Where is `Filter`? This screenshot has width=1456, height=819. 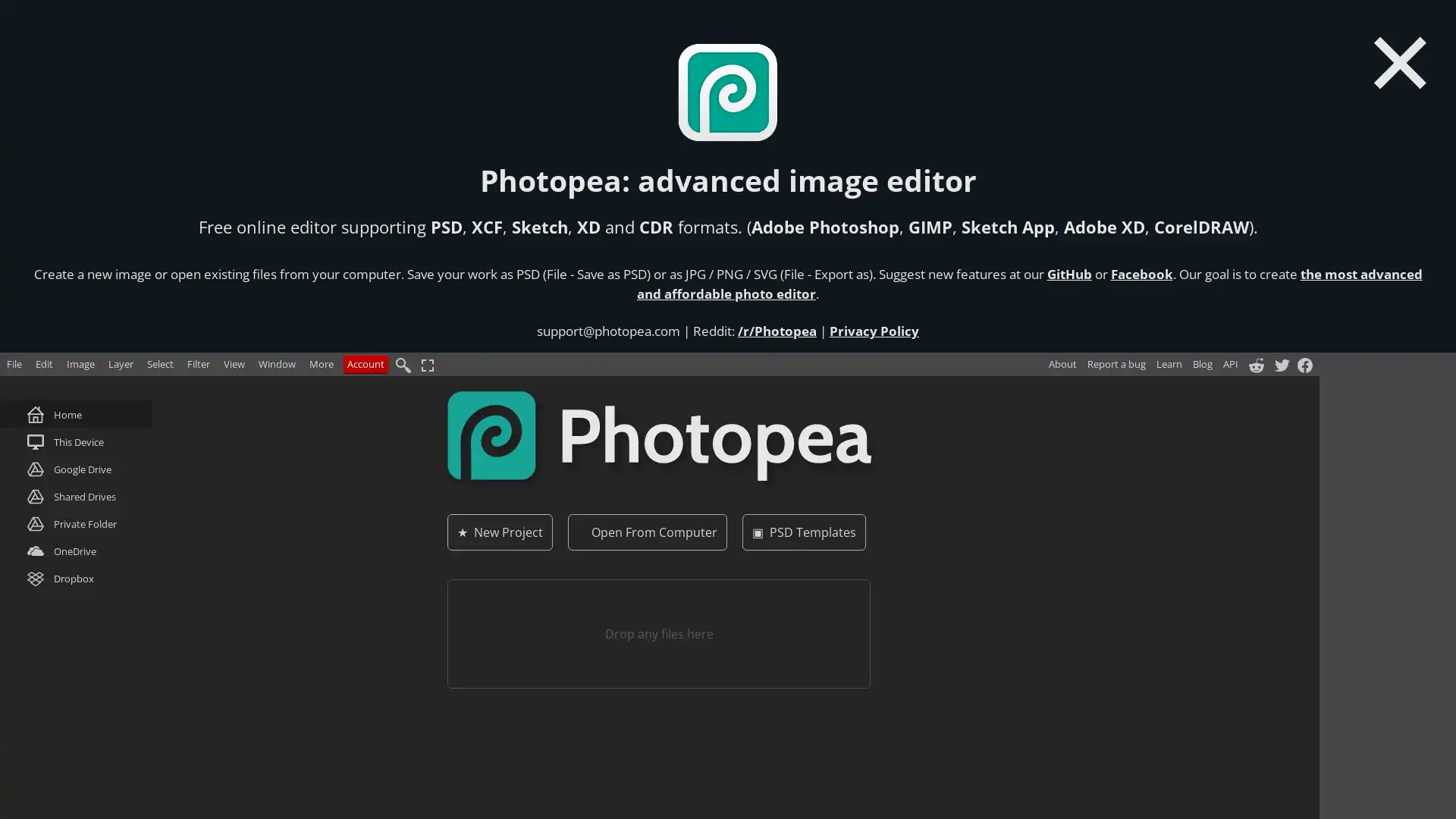
Filter is located at coordinates (198, 11).